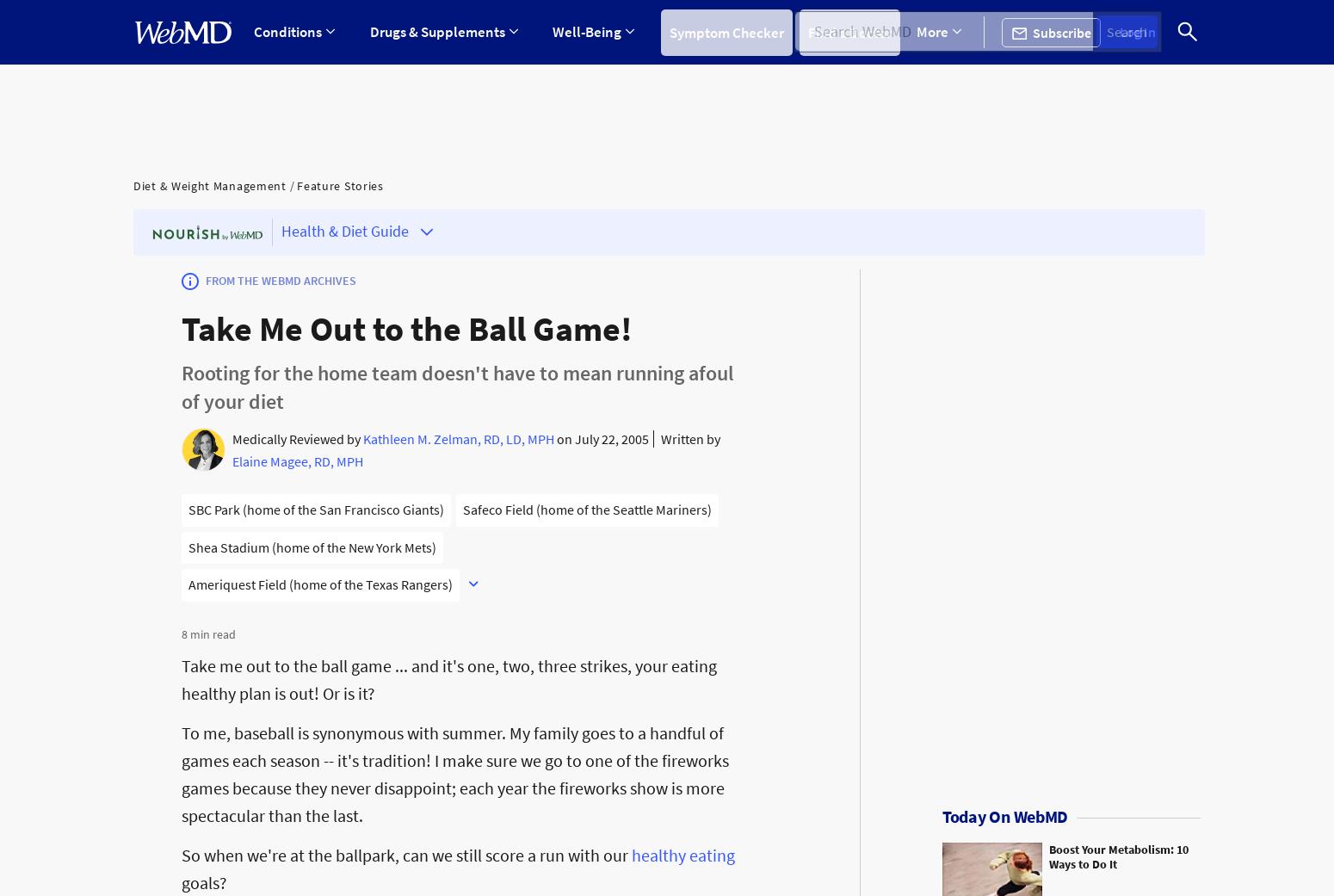 The height and width of the screenshot is (896, 1334). I want to click on 'News', so click(905, 108).